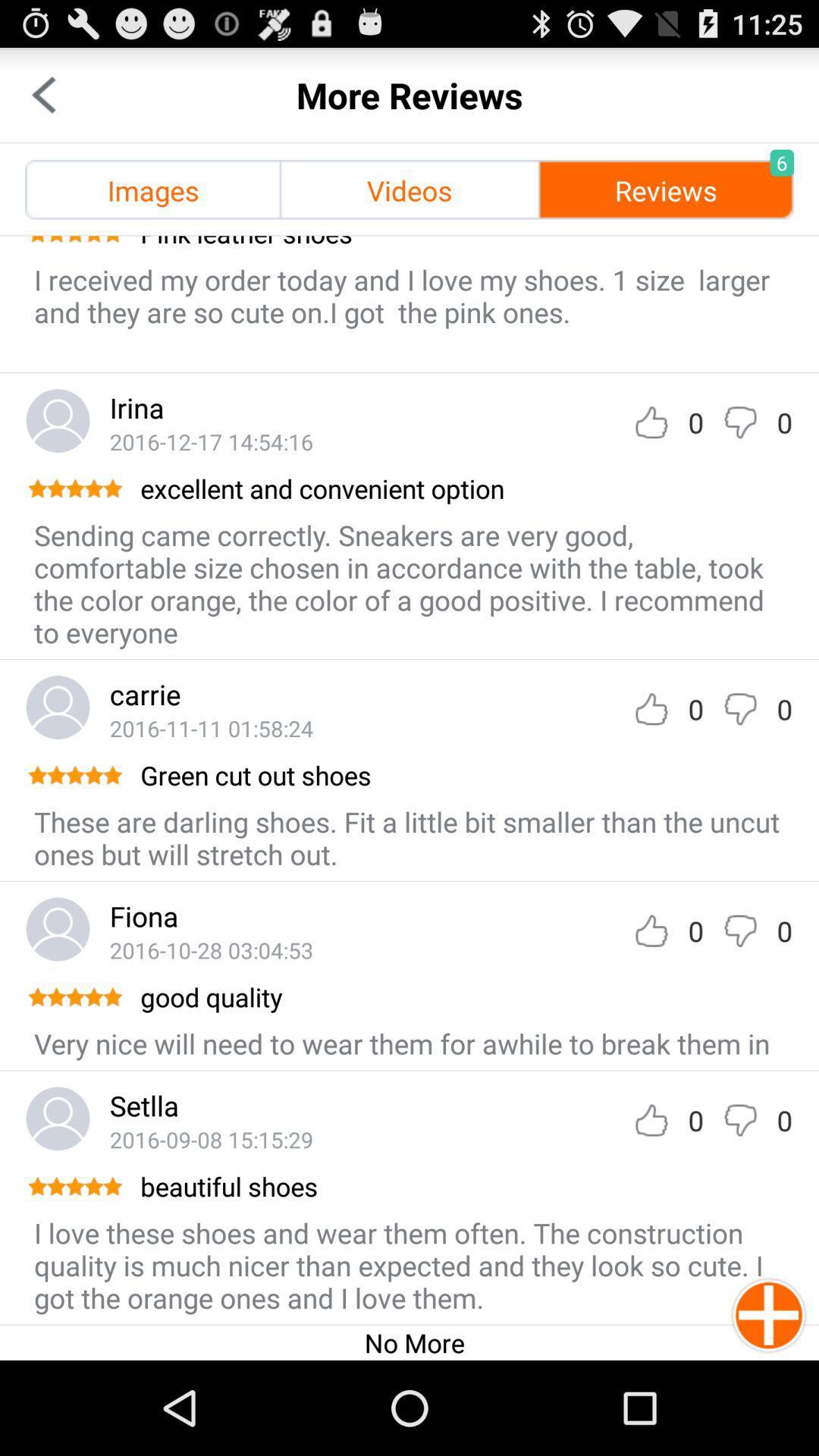 This screenshot has width=819, height=1456. What do you see at coordinates (401, 1043) in the screenshot?
I see `app below the good quality app` at bounding box center [401, 1043].